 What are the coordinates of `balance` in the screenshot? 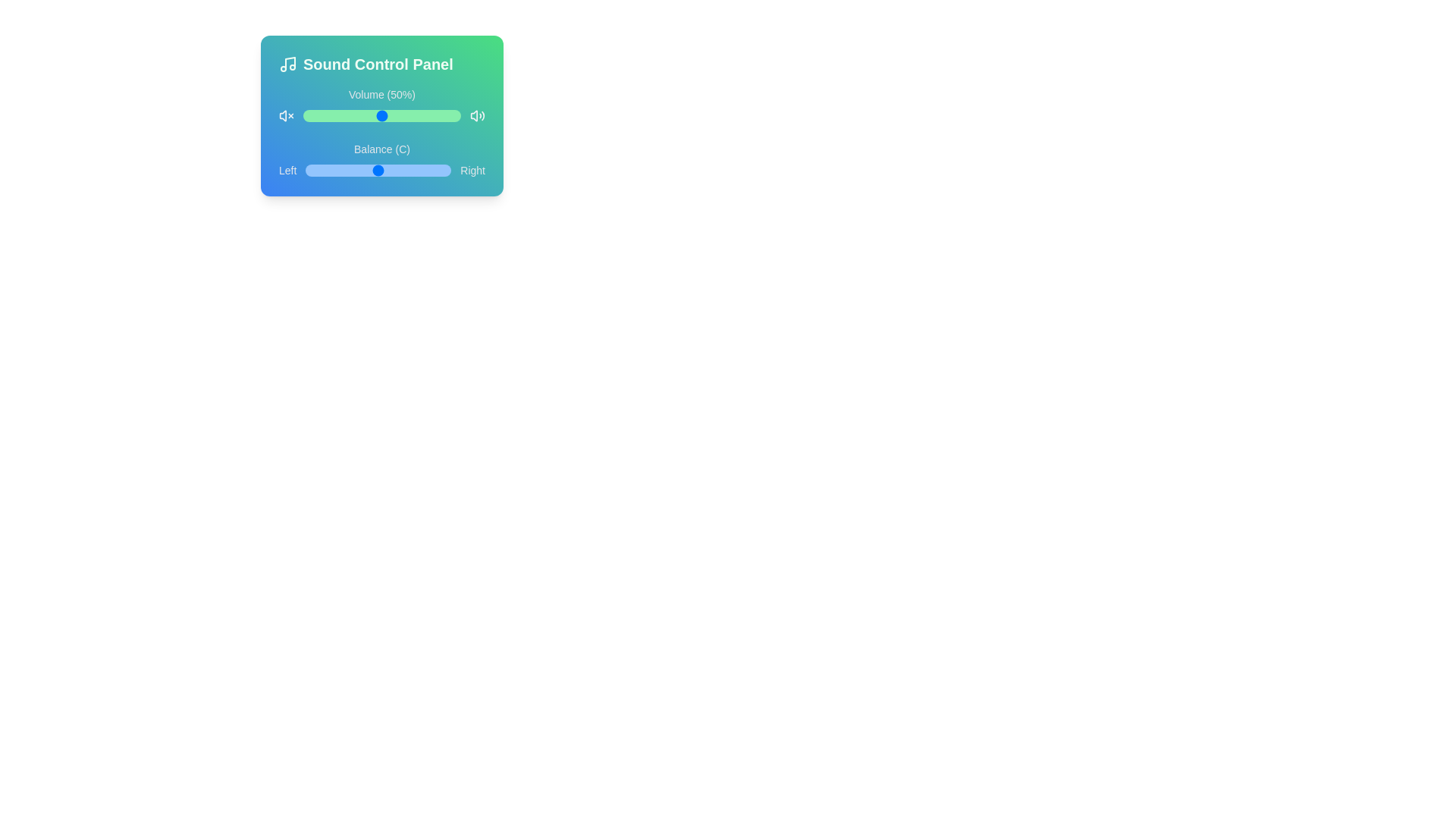 It's located at (409, 170).